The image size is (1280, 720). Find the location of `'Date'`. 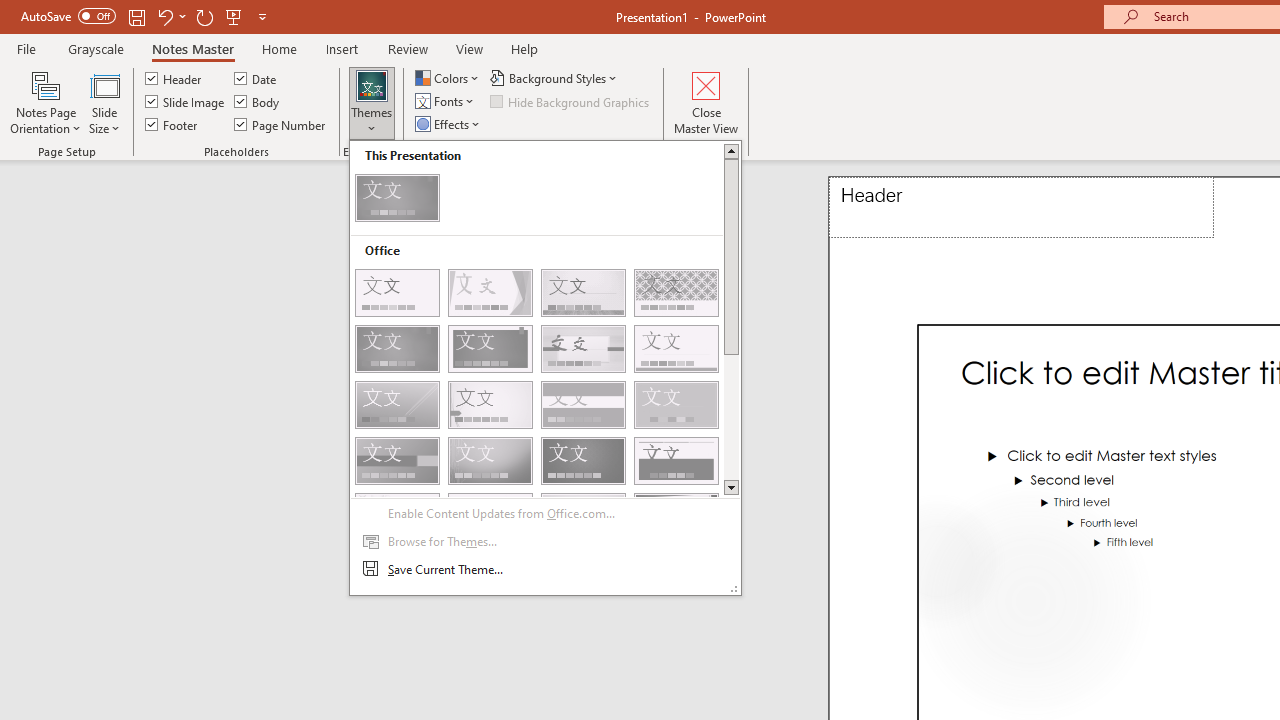

'Date' is located at coordinates (255, 77).